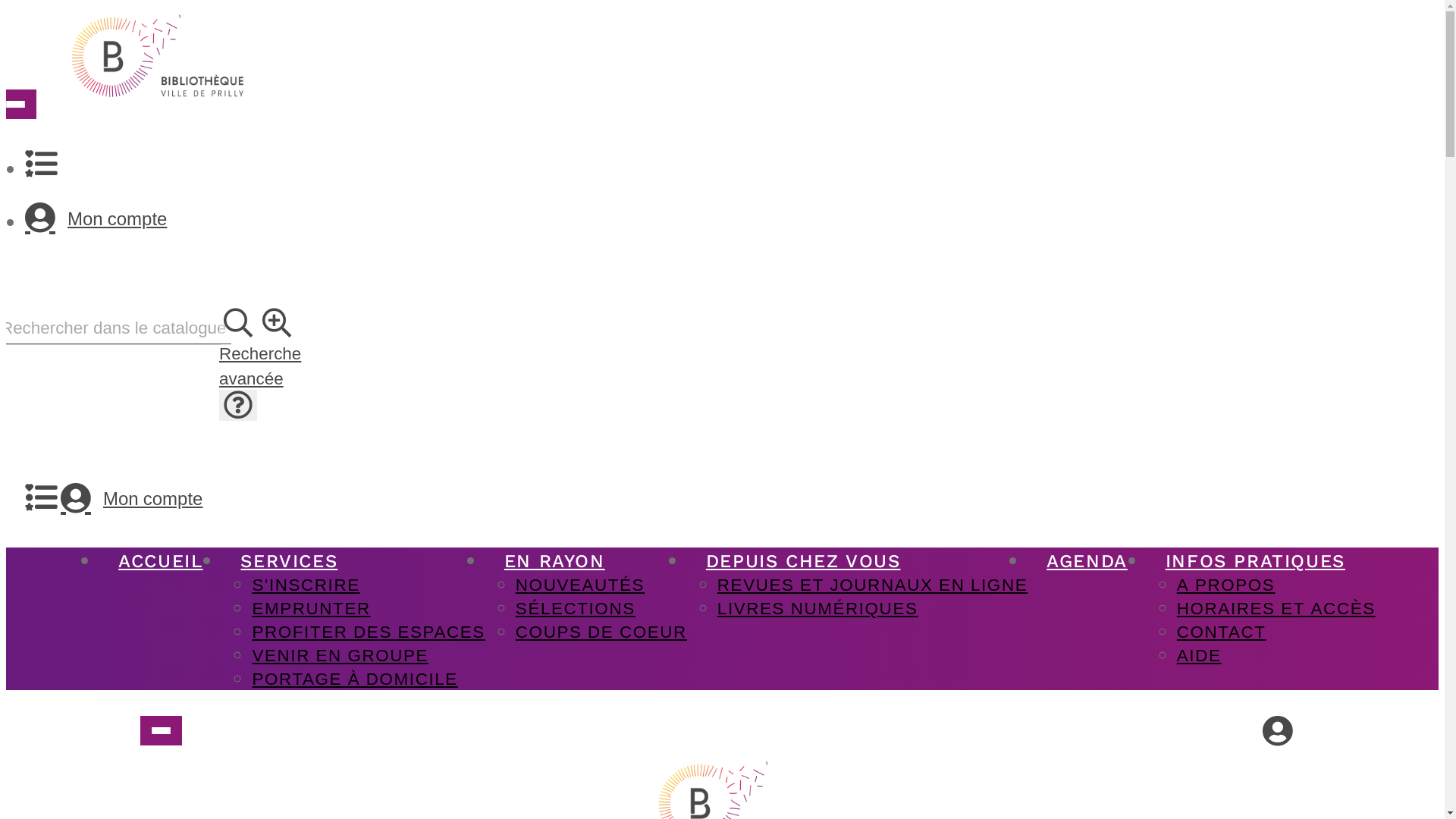 The image size is (1456, 819). What do you see at coordinates (368, 631) in the screenshot?
I see `'PROFITER DES ESPACES'` at bounding box center [368, 631].